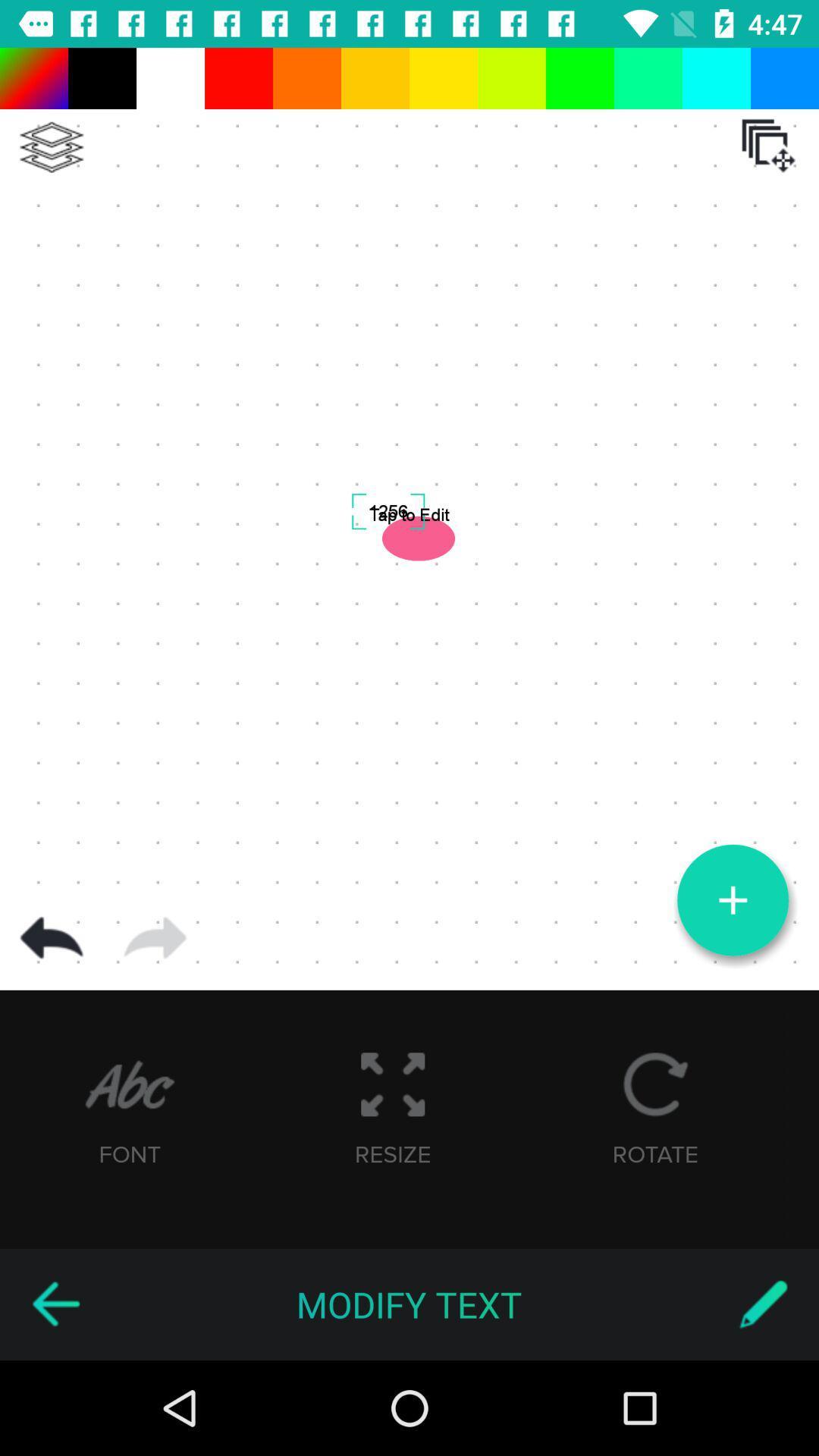 The width and height of the screenshot is (819, 1456). I want to click on a picture, so click(732, 900).